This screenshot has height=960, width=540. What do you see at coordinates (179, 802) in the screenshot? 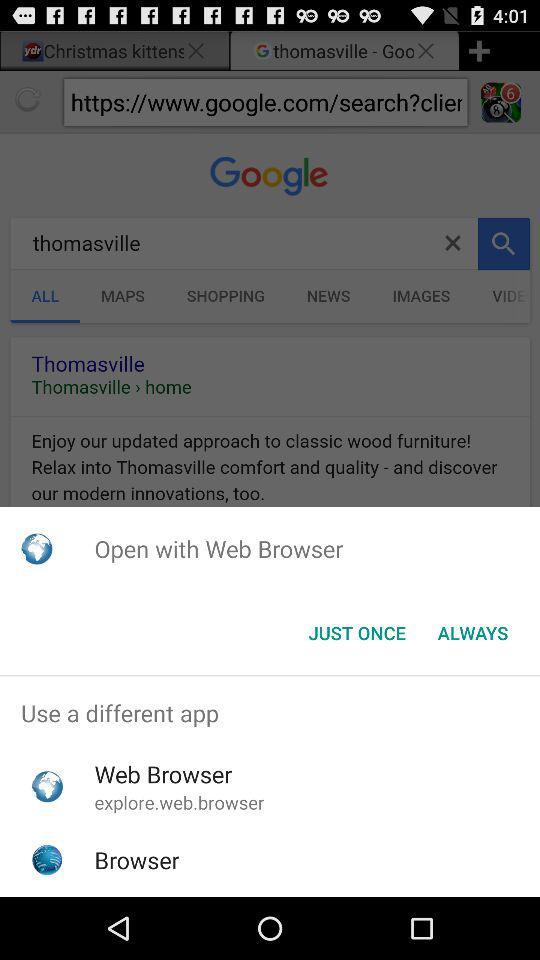
I see `the icon below web browser app` at bounding box center [179, 802].